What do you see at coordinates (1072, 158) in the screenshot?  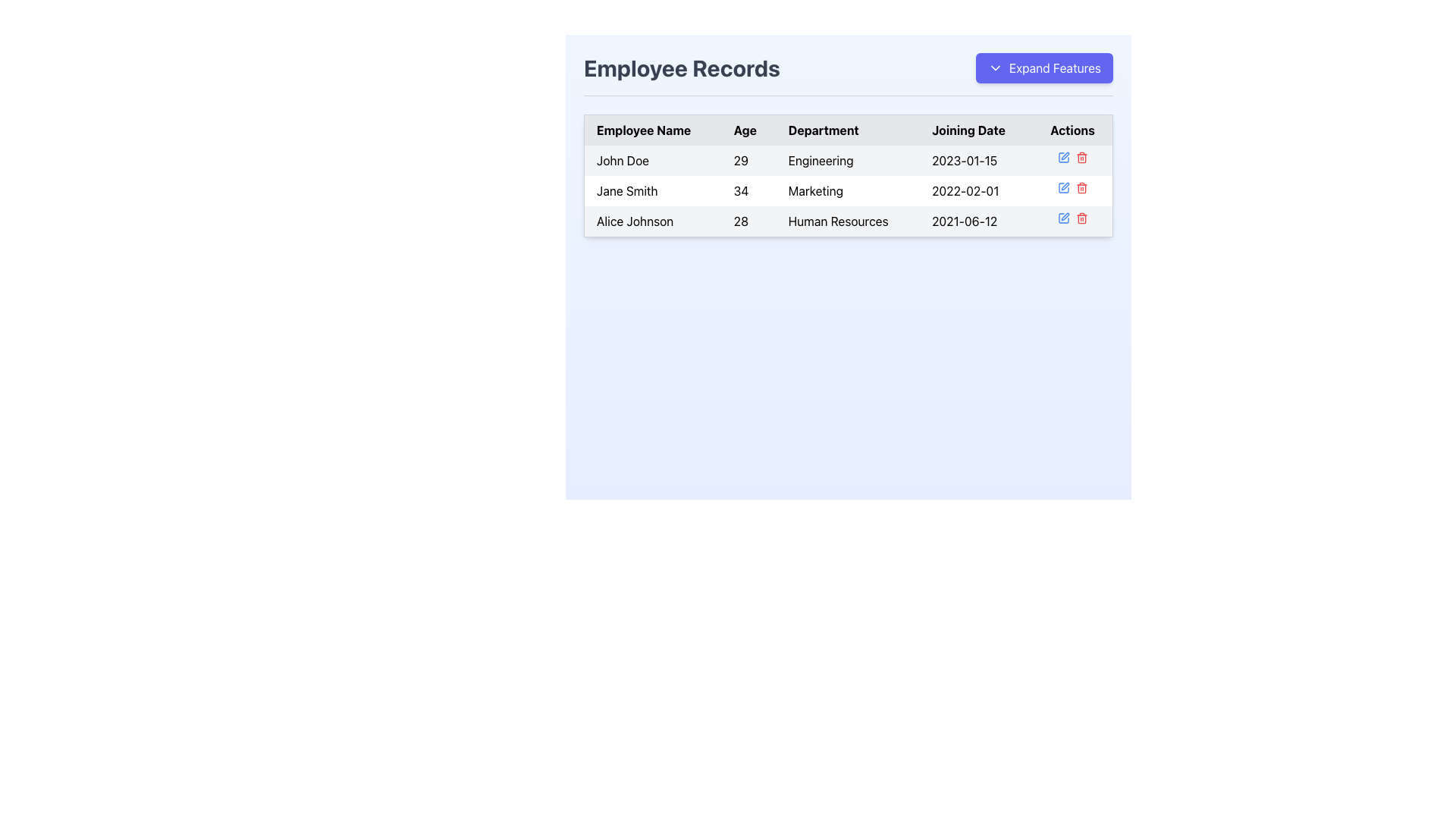 I see `the blue icon in the Actions column of the table` at bounding box center [1072, 158].